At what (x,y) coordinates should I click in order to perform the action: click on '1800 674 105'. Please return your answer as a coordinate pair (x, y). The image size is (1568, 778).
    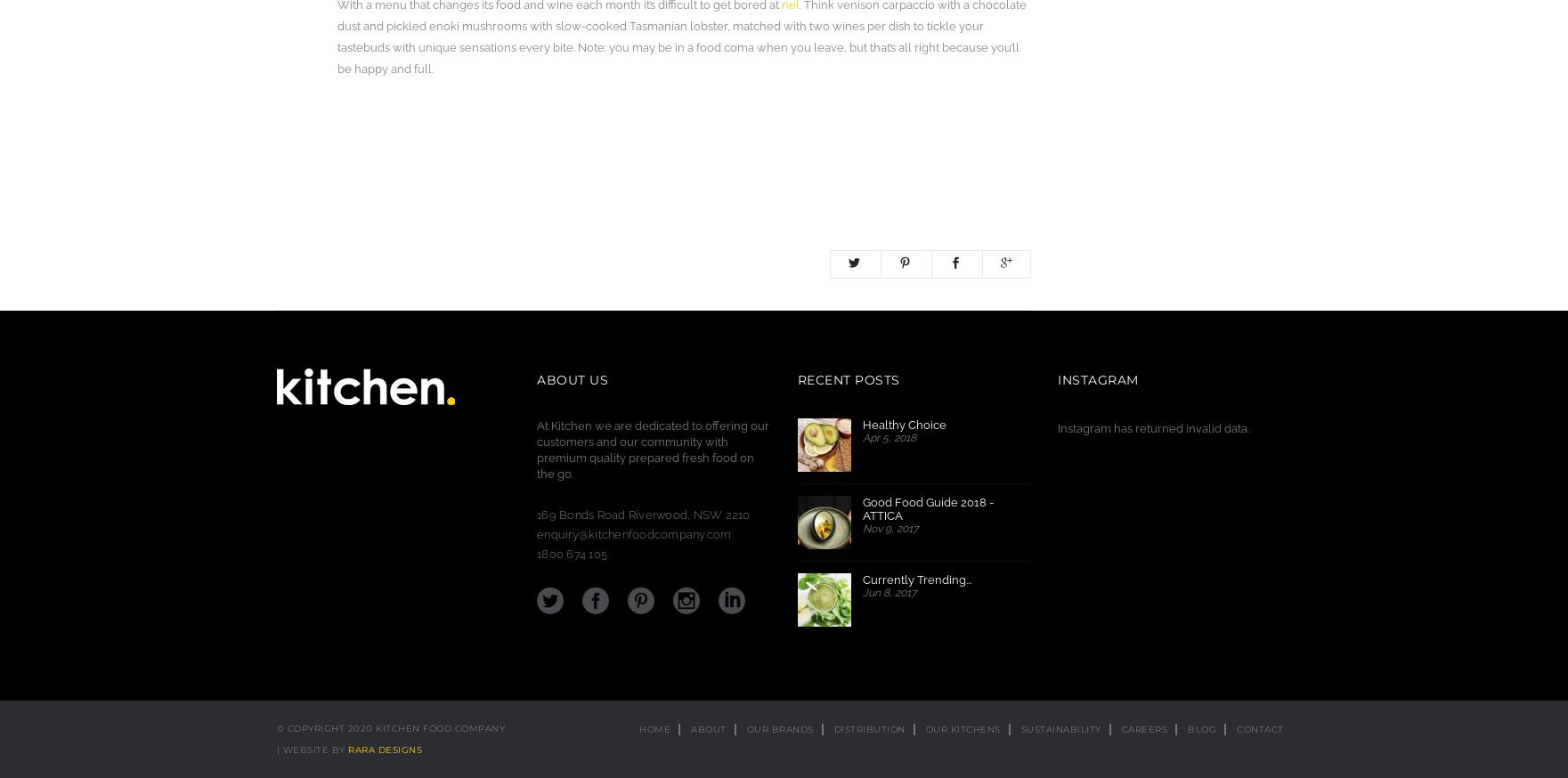
    Looking at the image, I should click on (572, 553).